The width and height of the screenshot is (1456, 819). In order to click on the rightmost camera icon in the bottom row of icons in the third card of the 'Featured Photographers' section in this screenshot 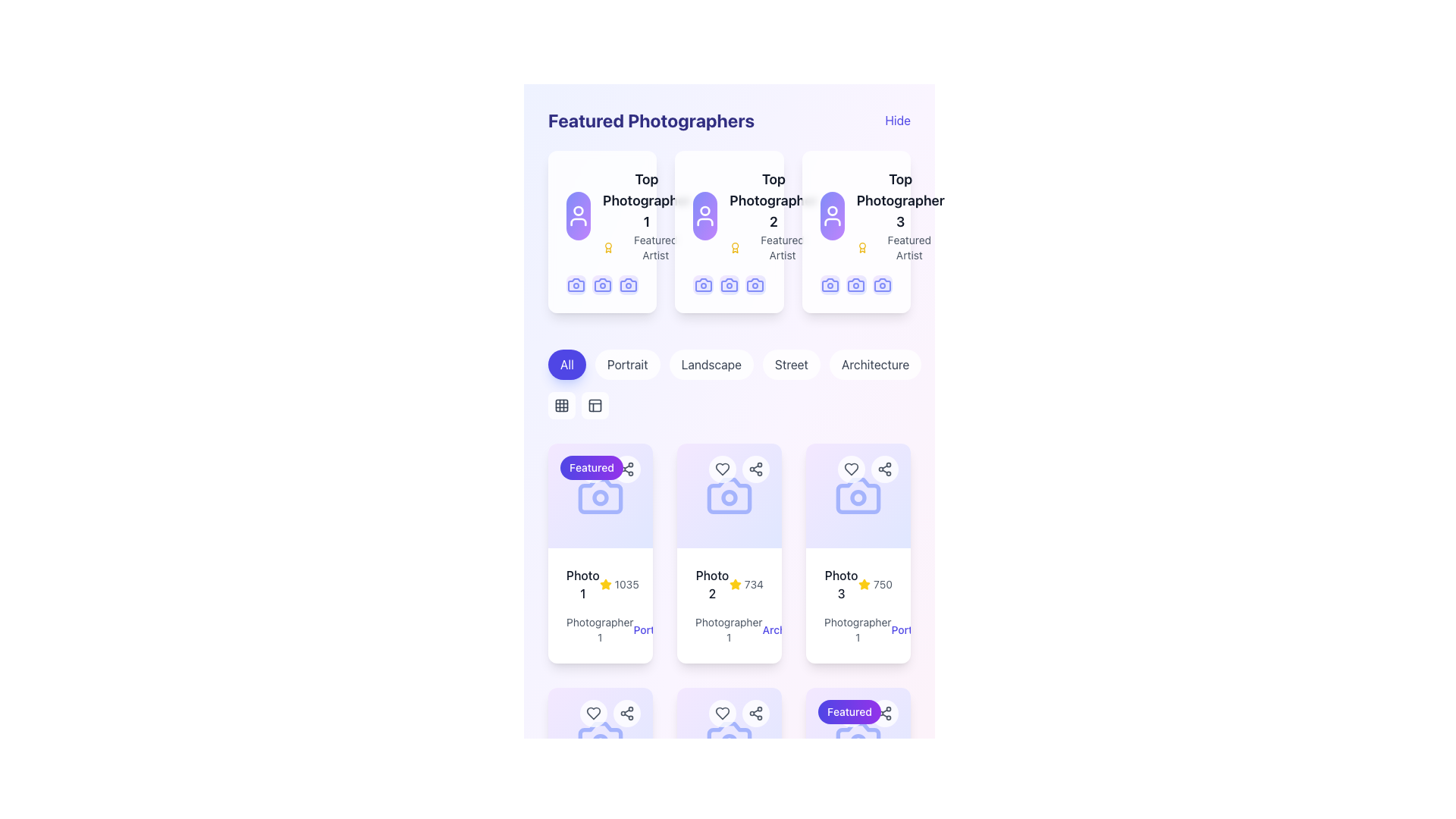, I will do `click(882, 285)`.